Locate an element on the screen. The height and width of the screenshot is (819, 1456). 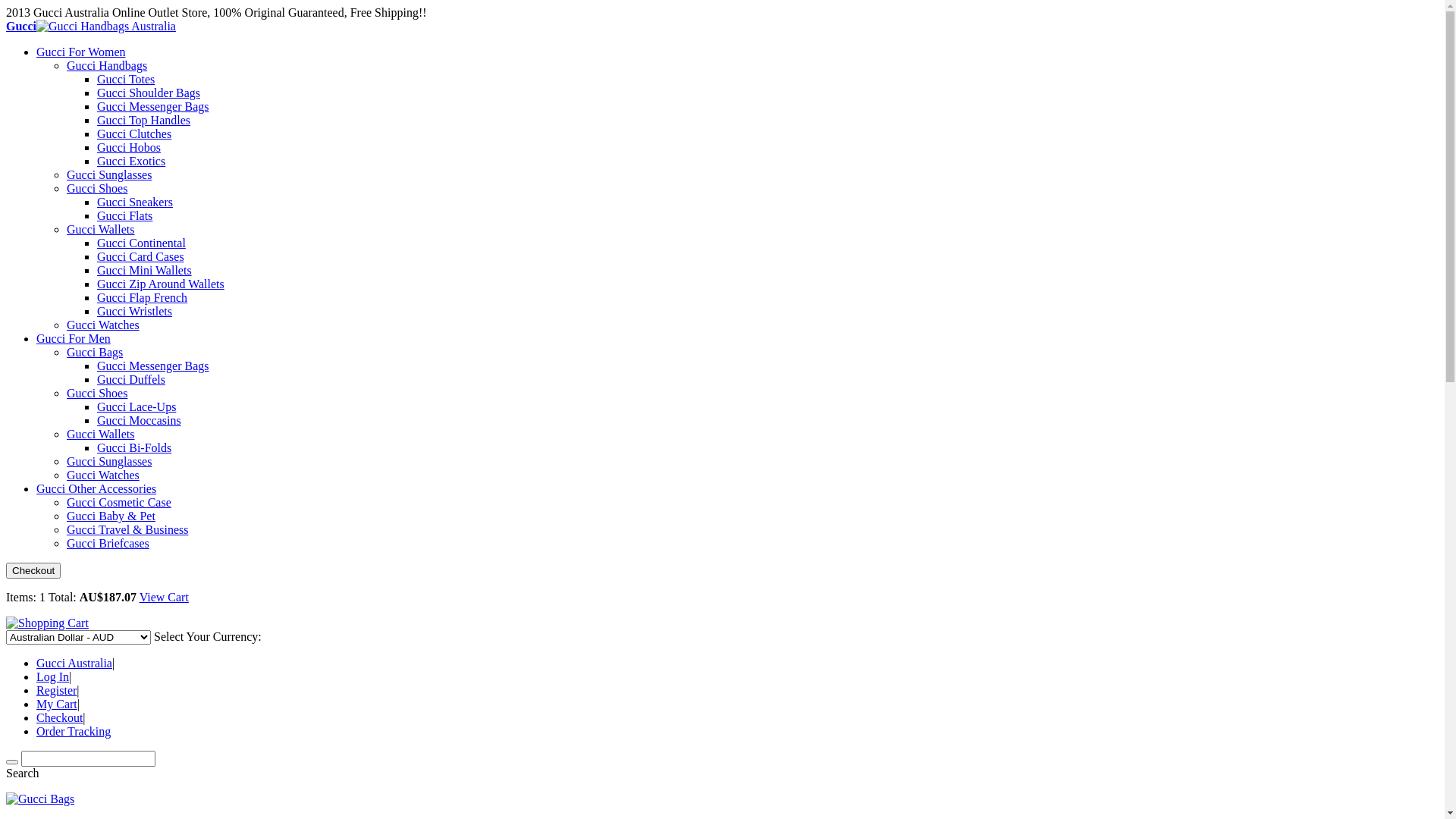
'Gucci Australia' is located at coordinates (73, 662).